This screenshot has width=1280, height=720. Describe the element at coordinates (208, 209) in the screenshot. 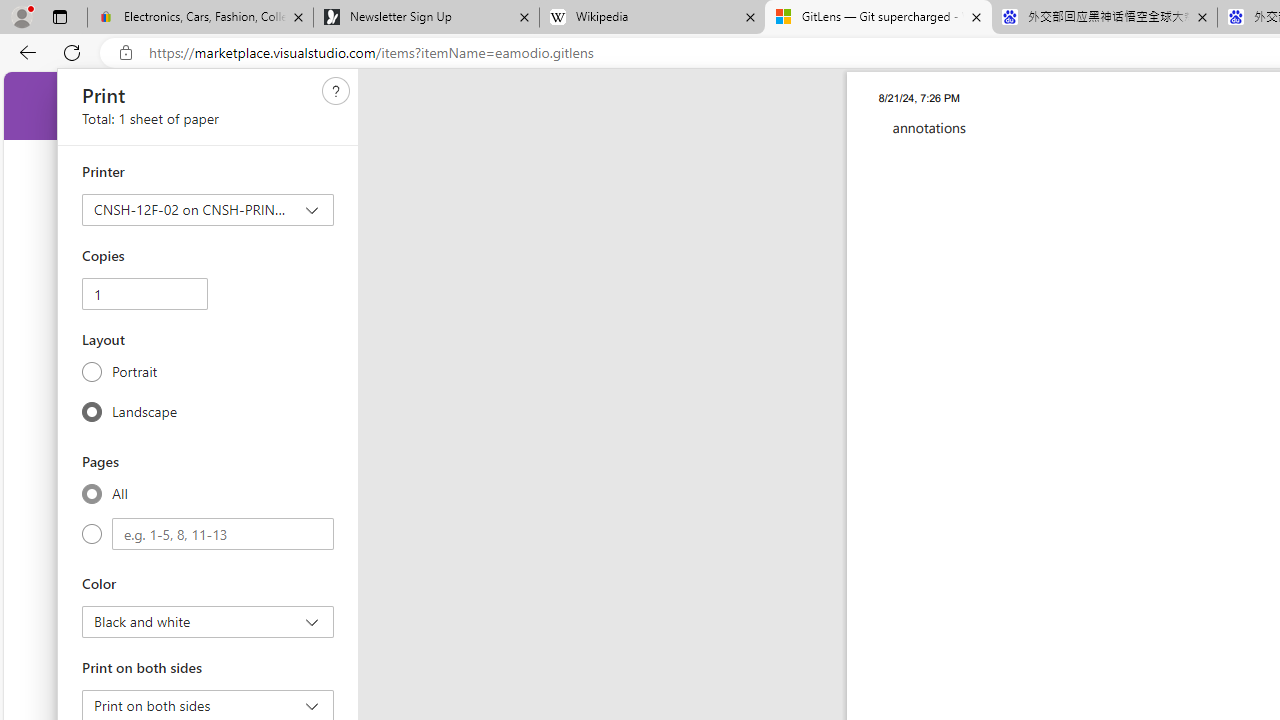

I see `'Printer CNSH-12F-02 on CNSH-PRINT-01'` at that location.